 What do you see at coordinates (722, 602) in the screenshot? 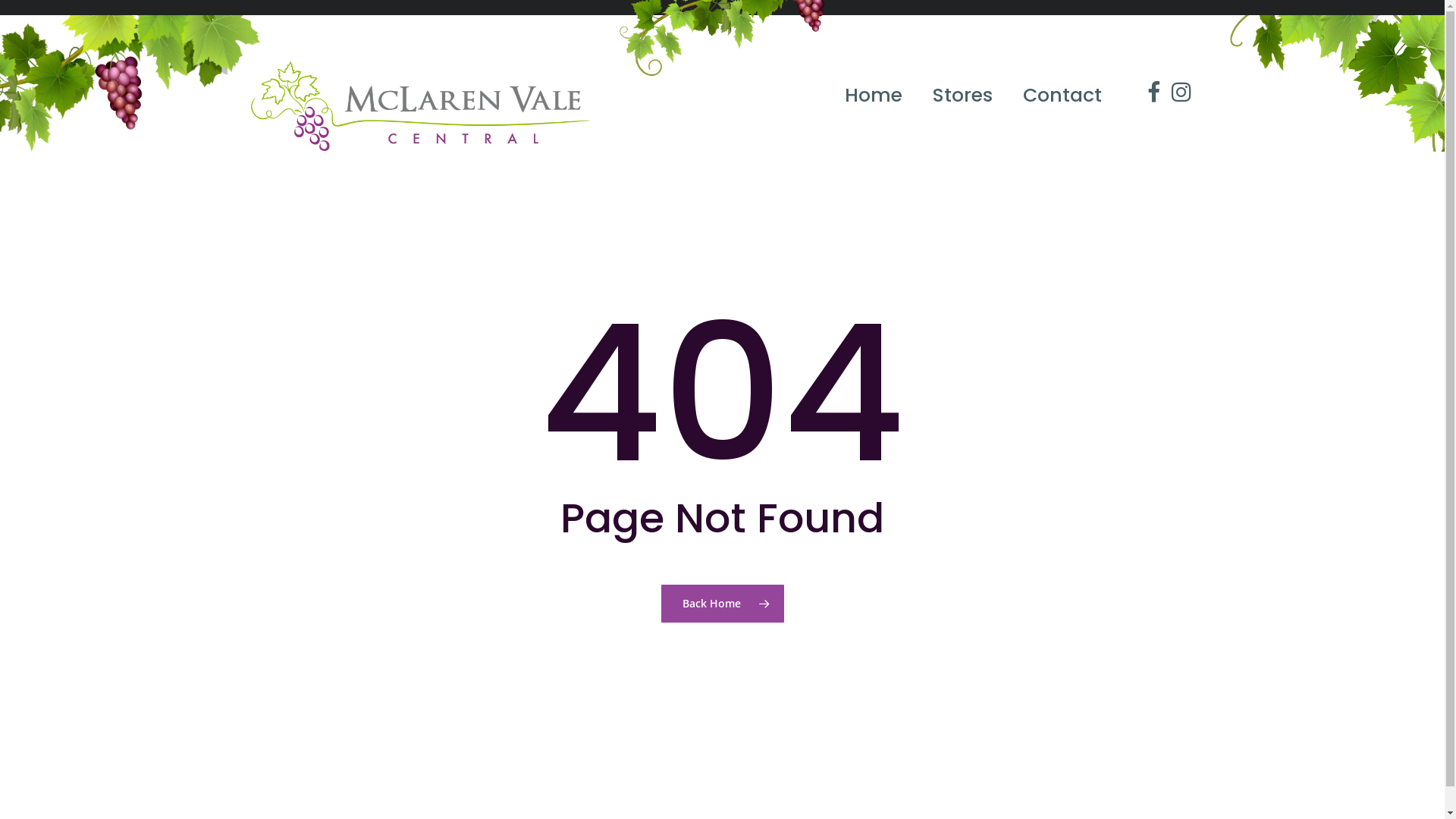
I see `'Back Home'` at bounding box center [722, 602].